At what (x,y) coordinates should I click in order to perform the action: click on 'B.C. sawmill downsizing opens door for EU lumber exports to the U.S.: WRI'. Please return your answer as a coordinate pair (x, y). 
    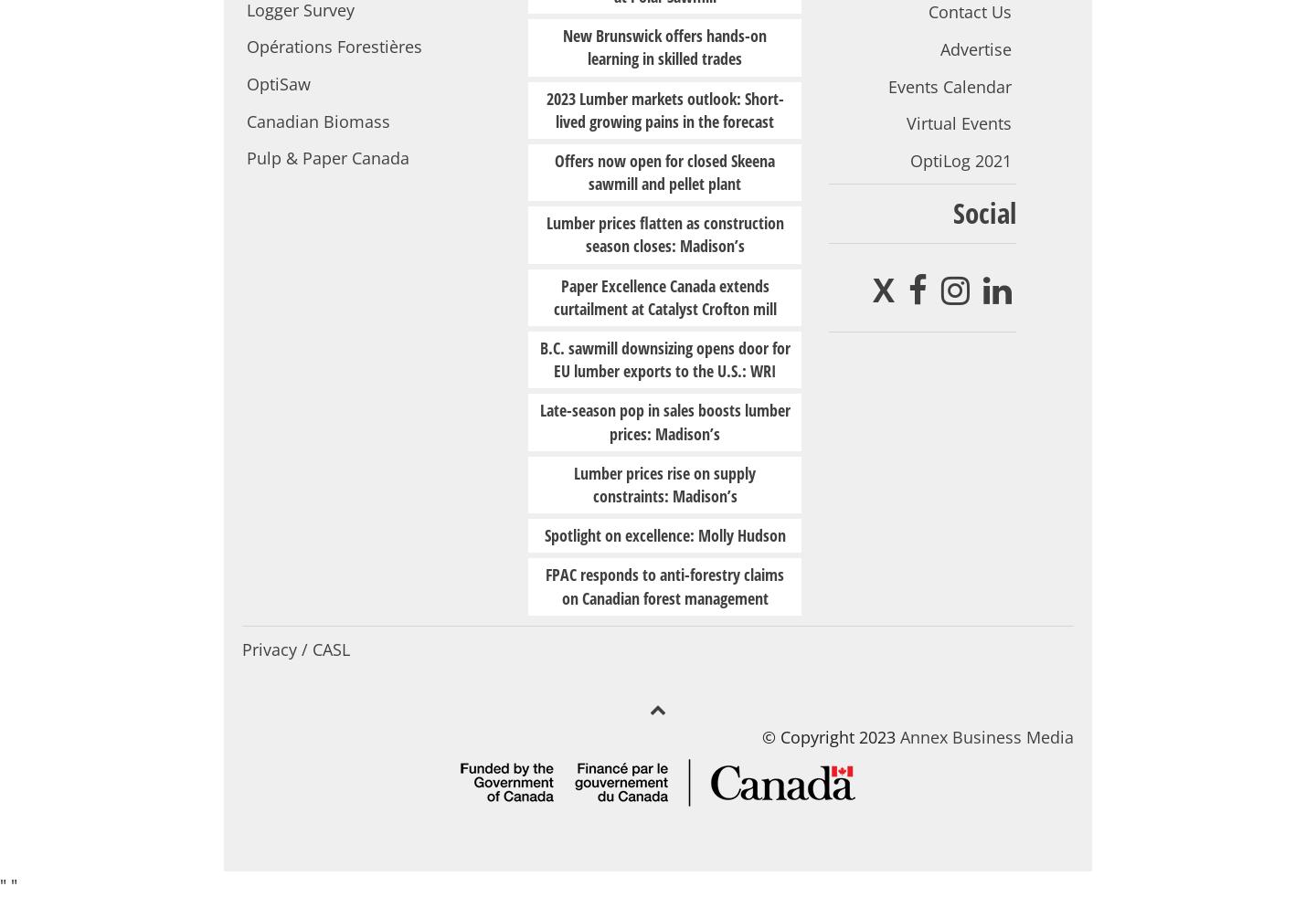
    Looking at the image, I should click on (663, 359).